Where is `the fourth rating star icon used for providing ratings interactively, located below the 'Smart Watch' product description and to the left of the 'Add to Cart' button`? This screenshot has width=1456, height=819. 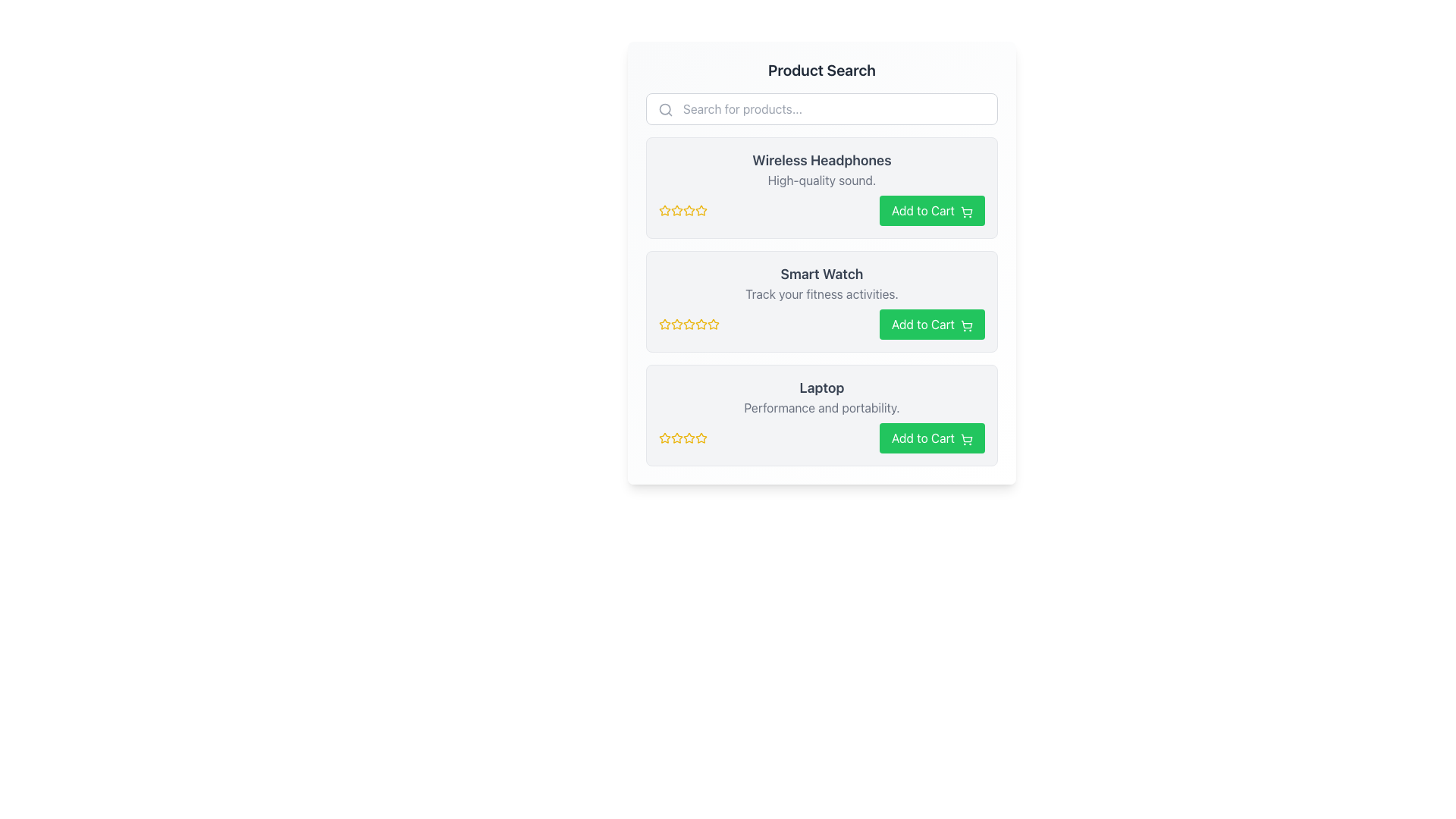
the fourth rating star icon used for providing ratings interactively, located below the 'Smart Watch' product description and to the left of the 'Add to Cart' button is located at coordinates (688, 324).